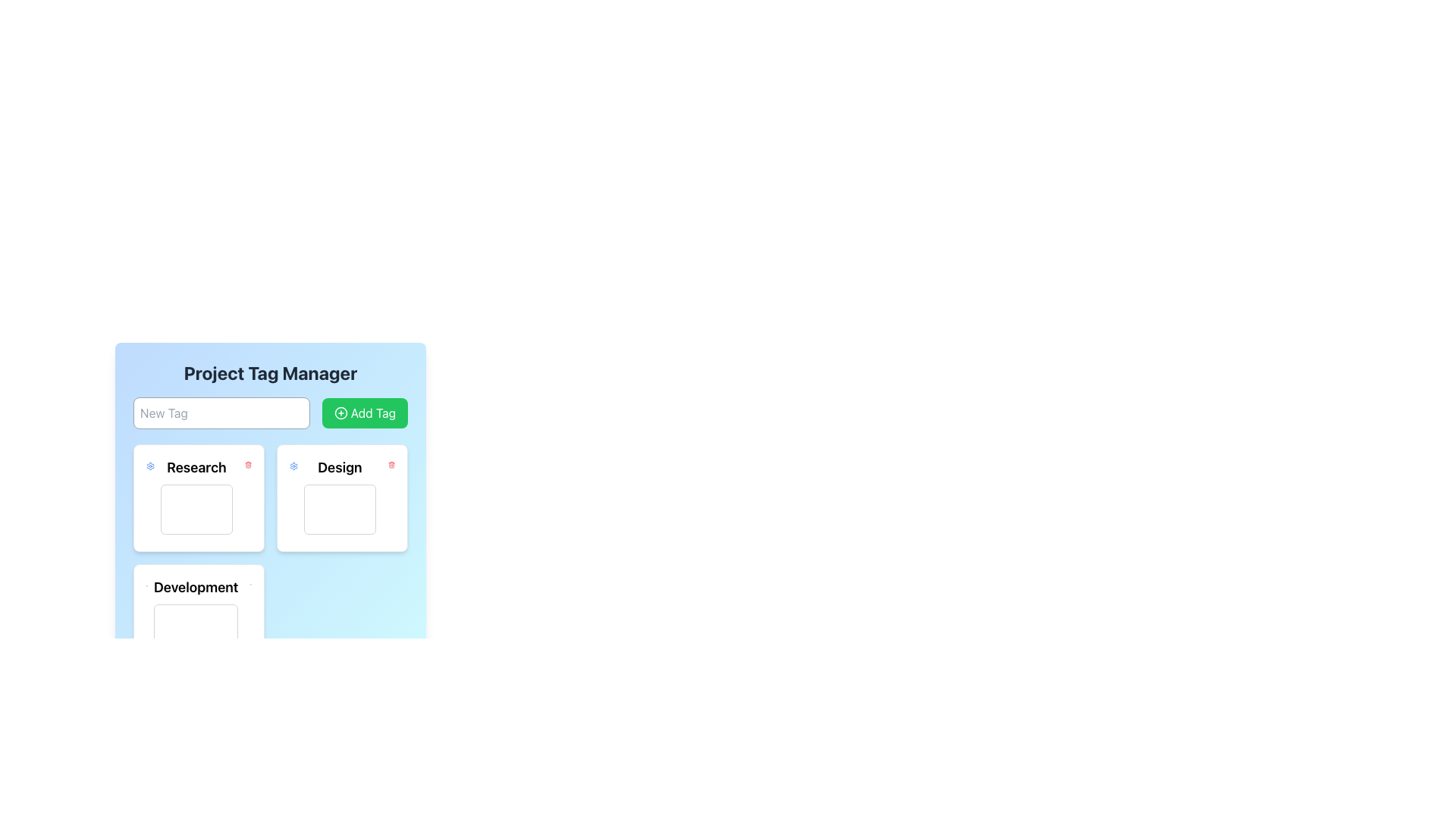 This screenshot has height=819, width=1456. What do you see at coordinates (150, 465) in the screenshot?
I see `the rounded gear icon button with a blue outline located in the top-left corner of the 'Research' card` at bounding box center [150, 465].